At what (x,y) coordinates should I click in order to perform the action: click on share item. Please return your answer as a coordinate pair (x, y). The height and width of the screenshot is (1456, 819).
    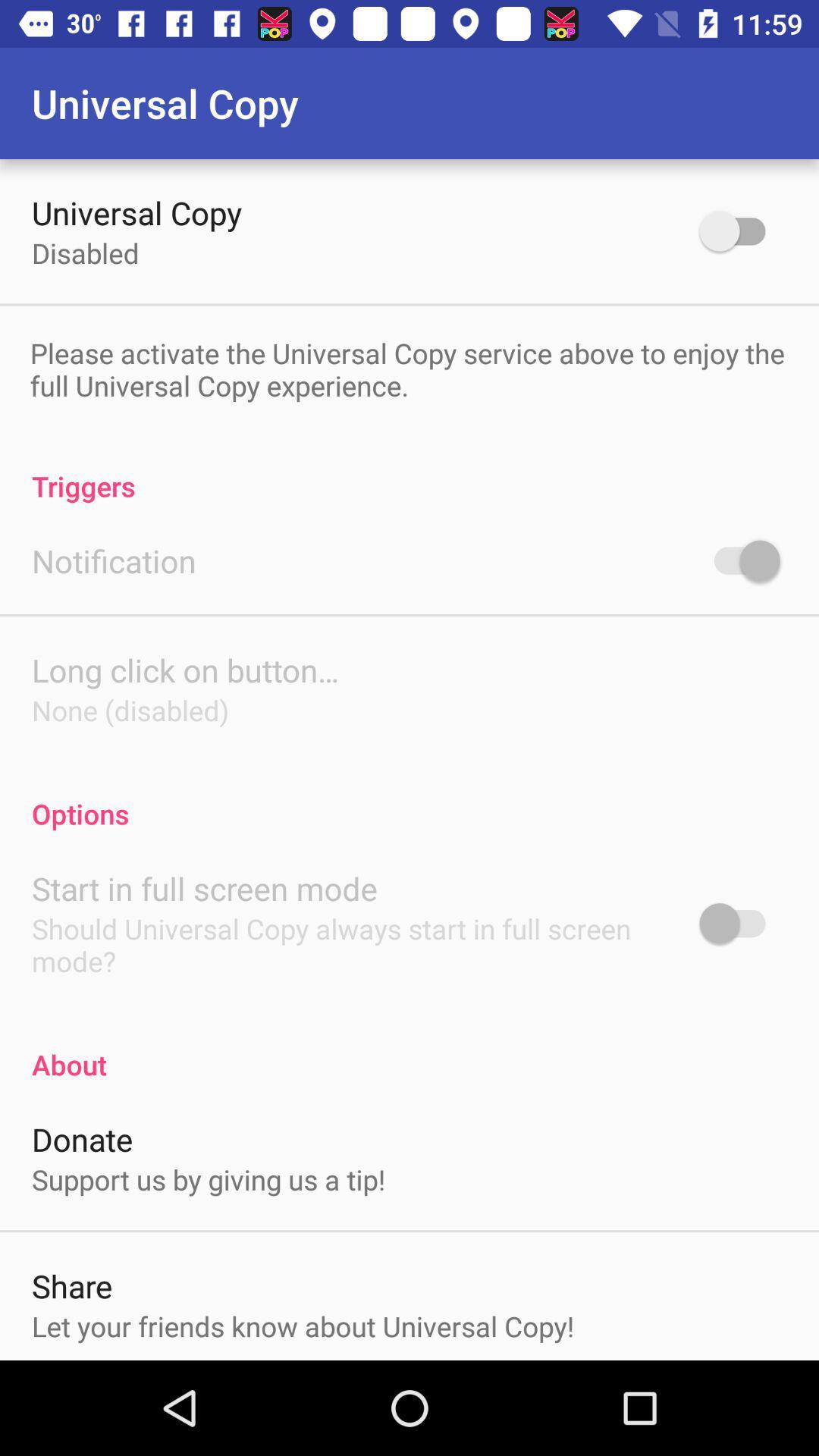
    Looking at the image, I should click on (72, 1285).